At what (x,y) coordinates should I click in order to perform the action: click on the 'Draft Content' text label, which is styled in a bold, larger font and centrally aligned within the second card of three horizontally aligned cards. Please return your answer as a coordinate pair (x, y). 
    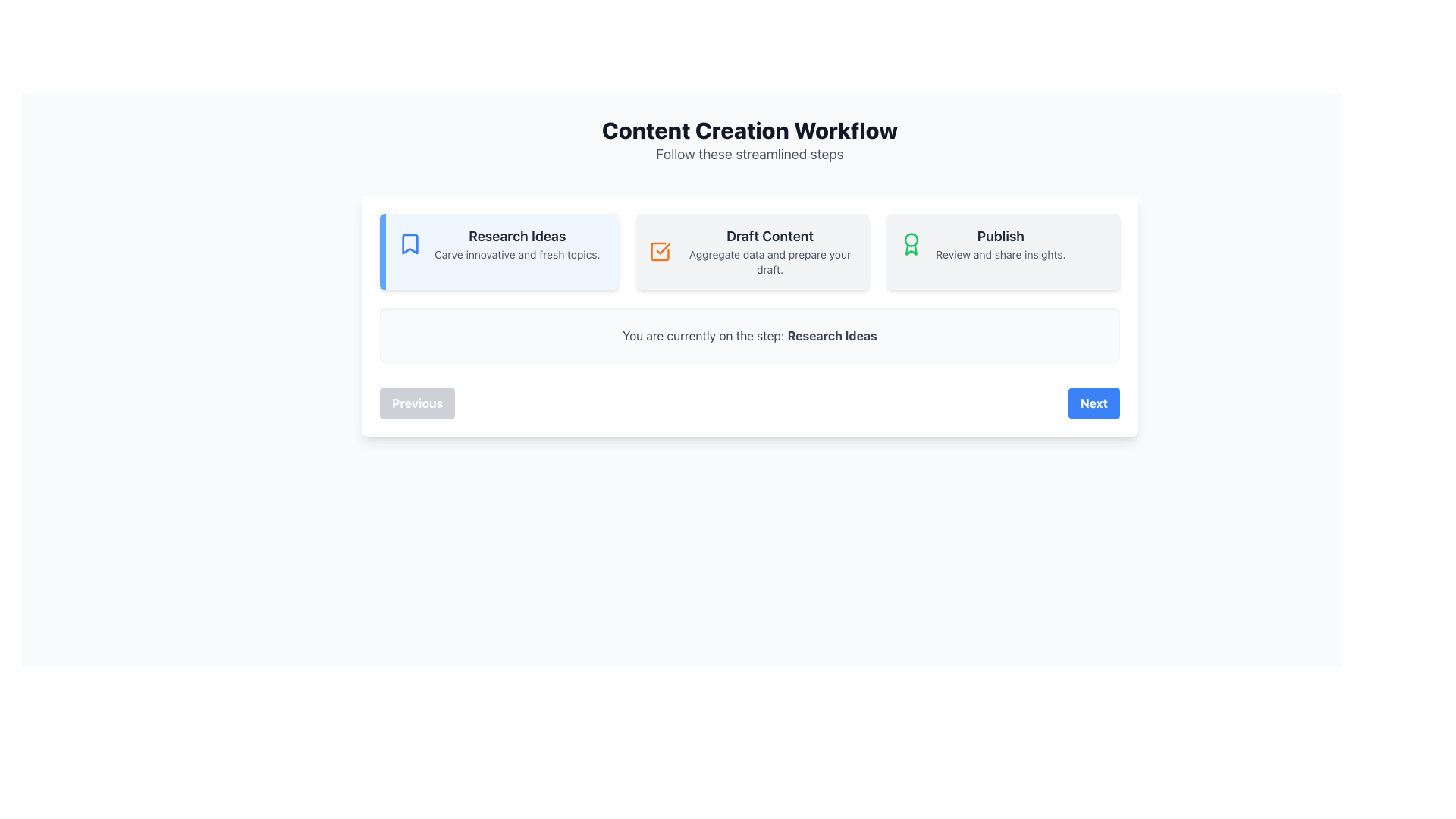
    Looking at the image, I should click on (770, 237).